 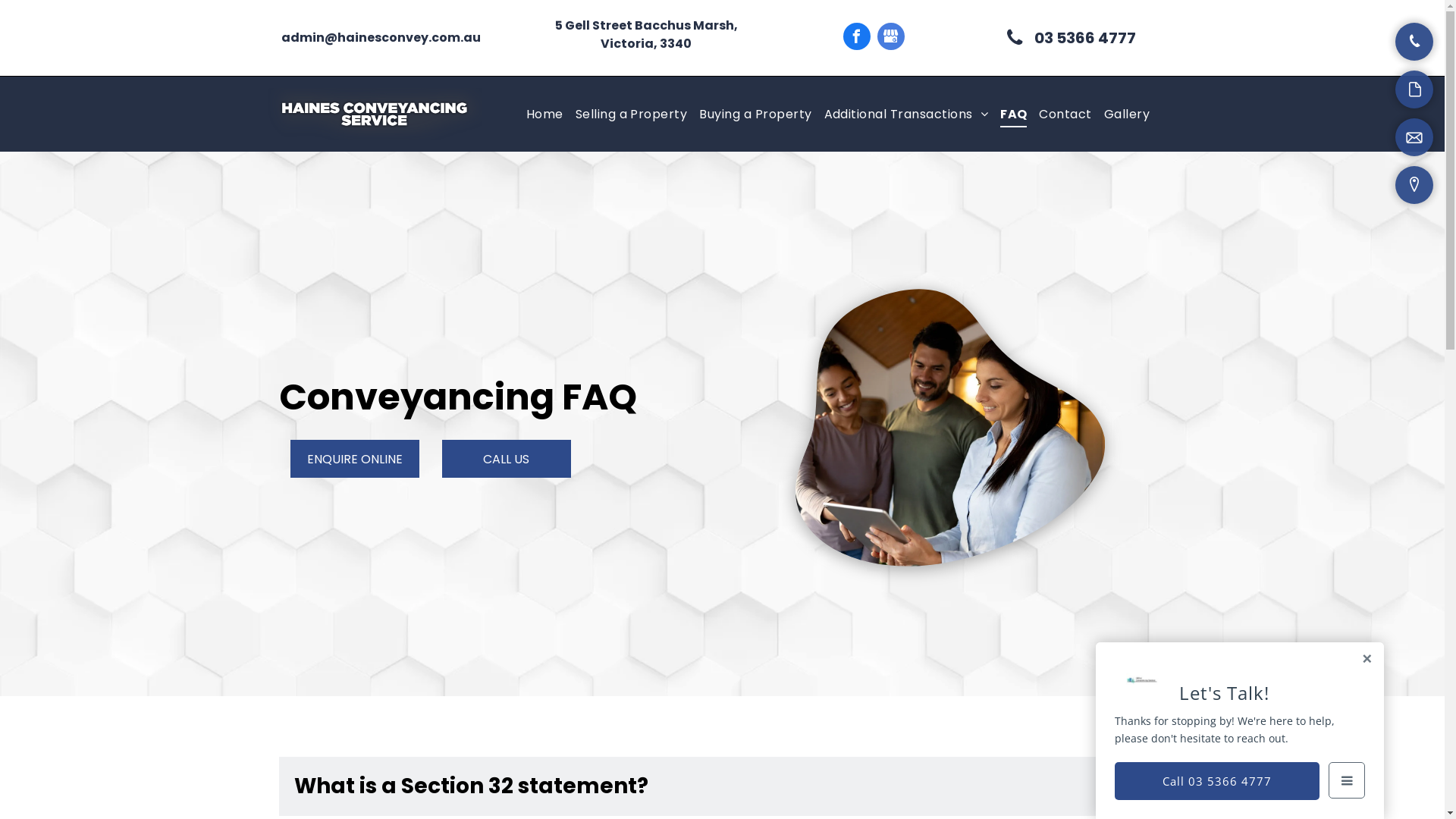 What do you see at coordinates (905, 113) in the screenshot?
I see `'Additional Transactions'` at bounding box center [905, 113].